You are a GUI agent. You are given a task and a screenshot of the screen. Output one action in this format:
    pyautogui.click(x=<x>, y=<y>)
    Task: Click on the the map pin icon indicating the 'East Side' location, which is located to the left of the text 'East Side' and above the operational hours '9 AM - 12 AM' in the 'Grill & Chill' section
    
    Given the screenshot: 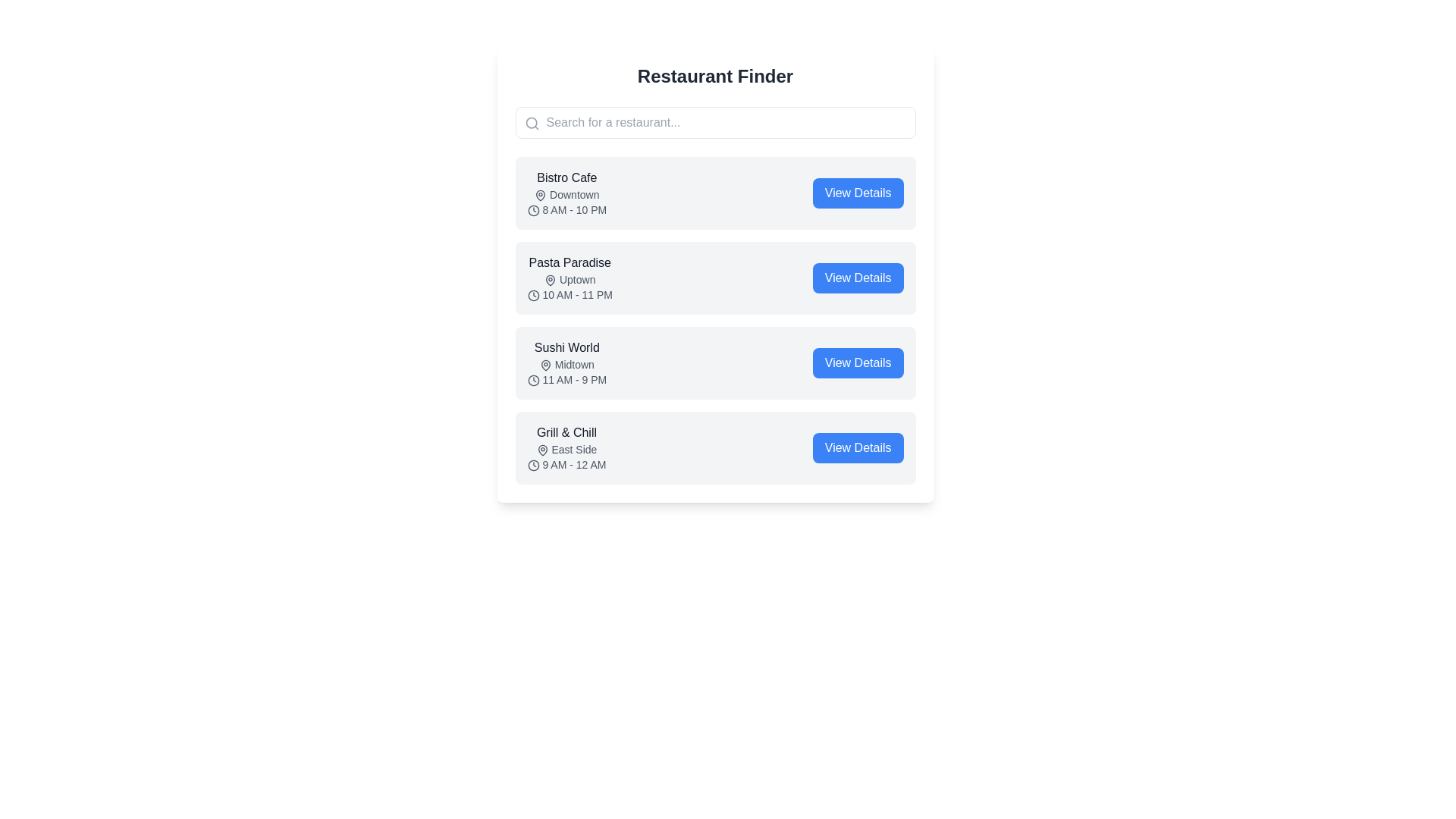 What is the action you would take?
    pyautogui.click(x=542, y=450)
    